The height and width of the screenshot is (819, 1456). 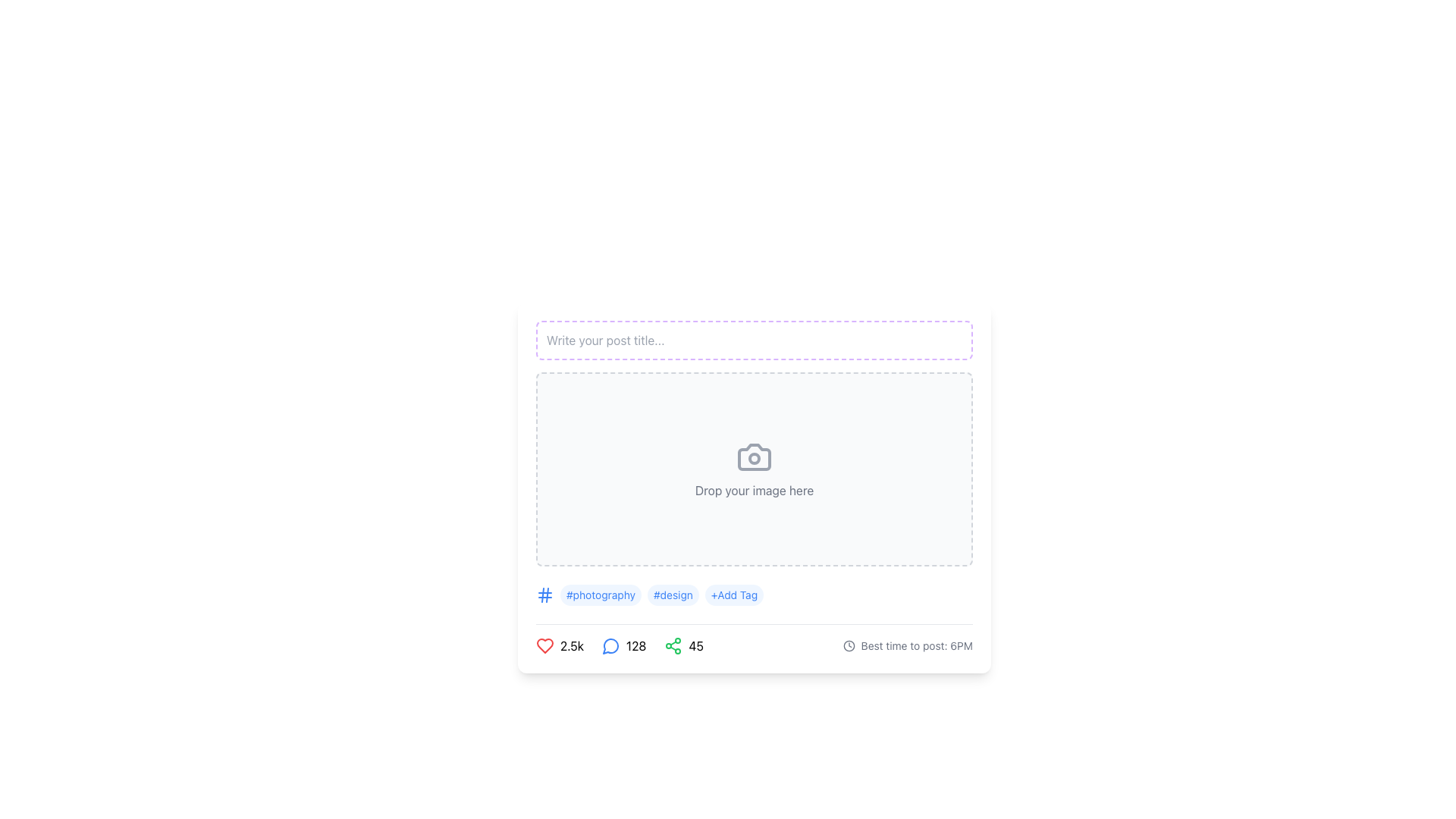 What do you see at coordinates (916, 646) in the screenshot?
I see `the static informational text displaying 'Best time to post: 6PM', located at the bottom-right corner of the card, next to the clock icon` at bounding box center [916, 646].